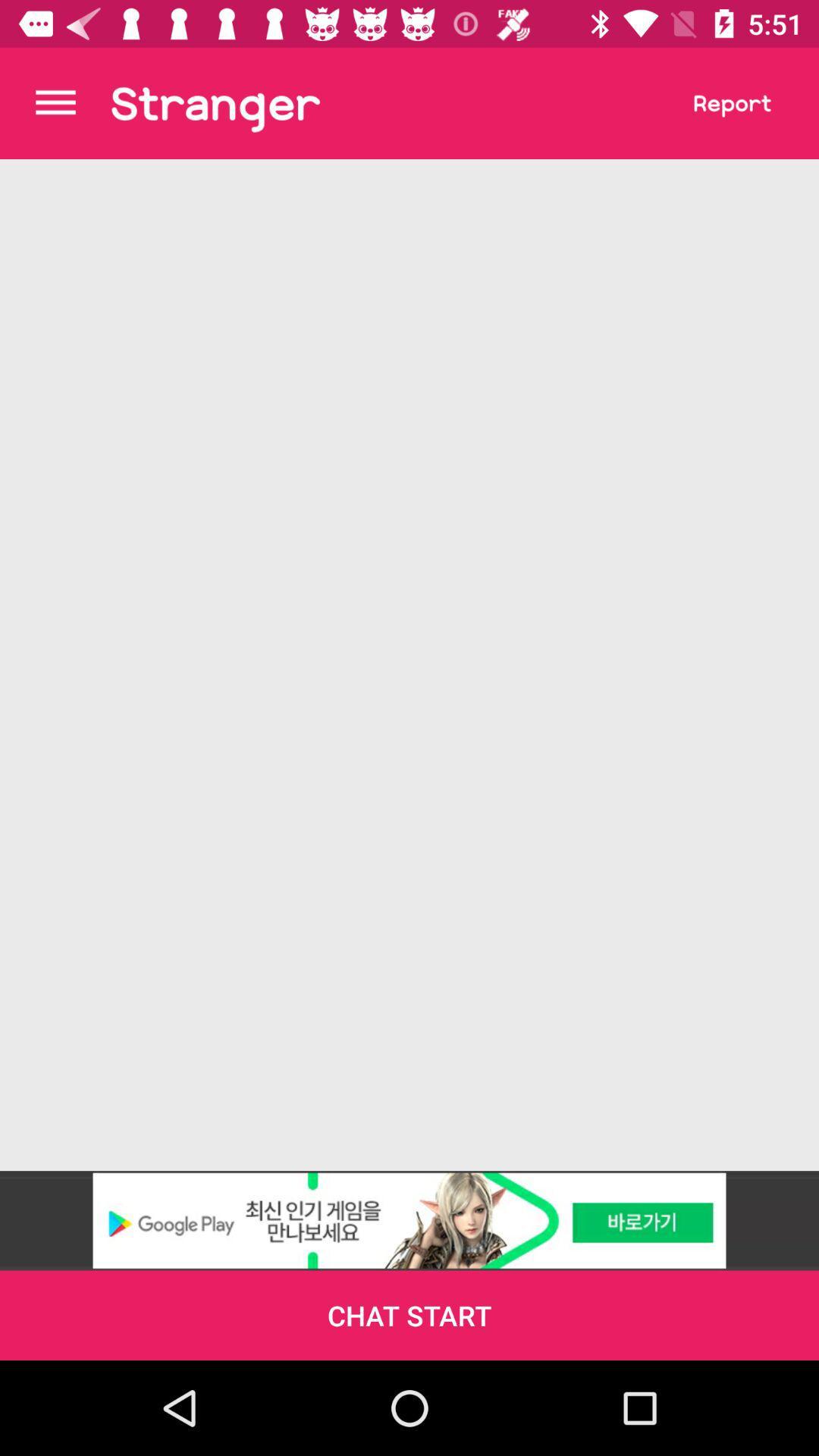 The height and width of the screenshot is (1456, 819). What do you see at coordinates (215, 102) in the screenshot?
I see `one` at bounding box center [215, 102].